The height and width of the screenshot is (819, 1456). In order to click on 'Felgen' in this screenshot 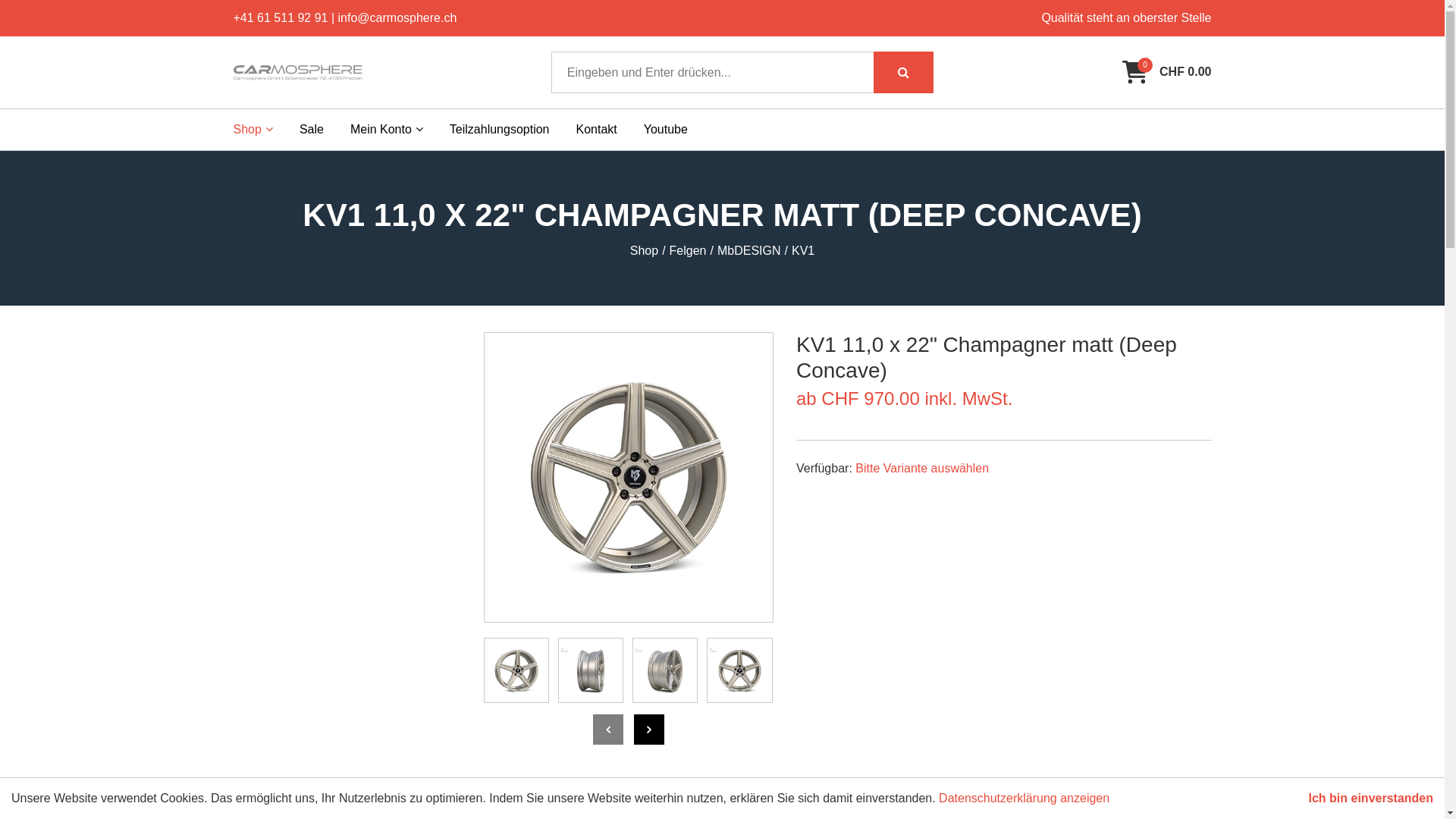, I will do `click(687, 250)`.